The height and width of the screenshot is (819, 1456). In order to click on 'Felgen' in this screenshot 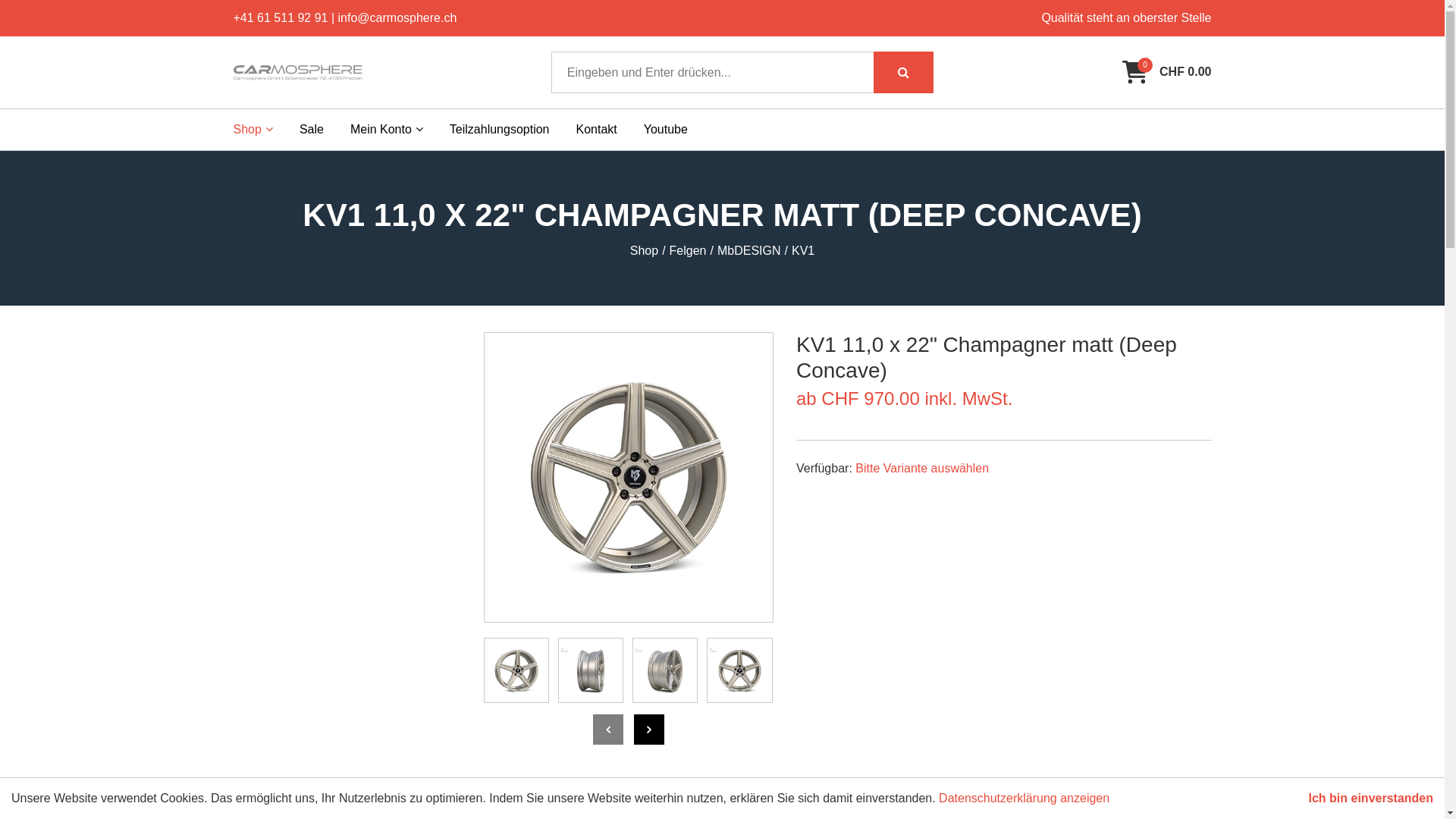, I will do `click(687, 250)`.